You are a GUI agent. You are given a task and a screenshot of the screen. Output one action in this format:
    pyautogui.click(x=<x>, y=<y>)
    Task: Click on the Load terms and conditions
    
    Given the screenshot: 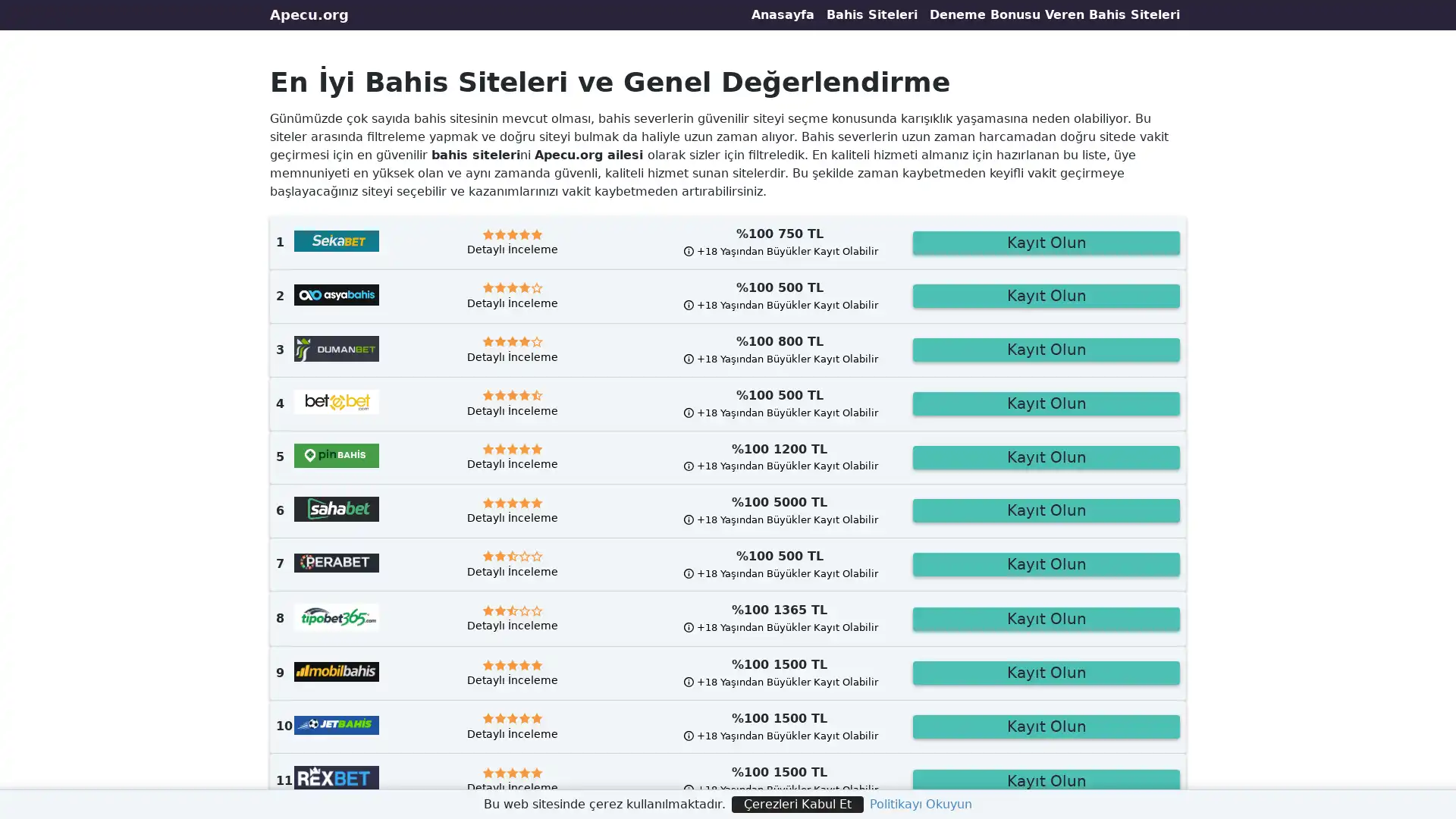 What is the action you would take?
    pyautogui.click(x=779, y=680)
    